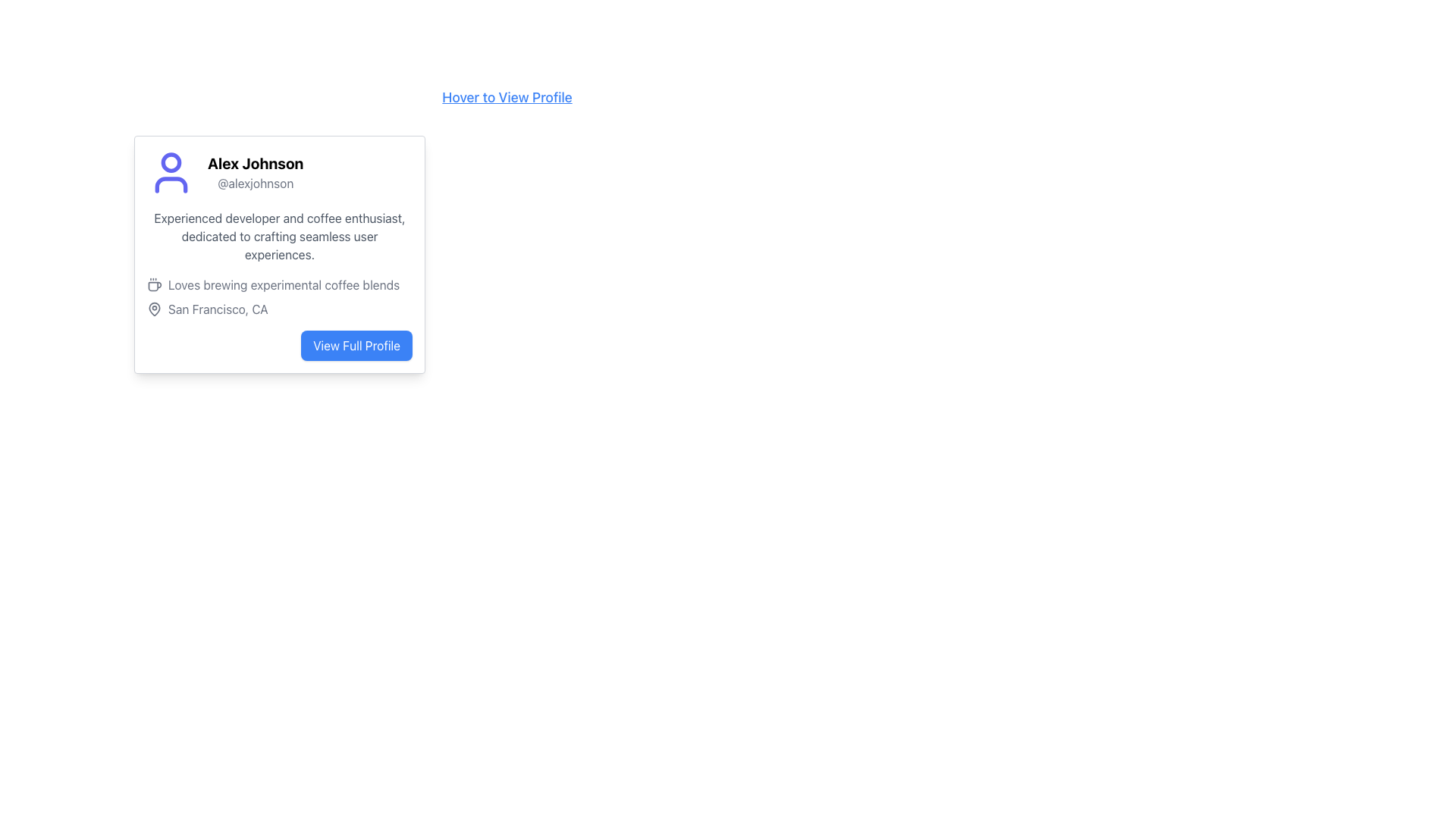  Describe the element at coordinates (217, 309) in the screenshot. I see `the Static Text Label displaying 'San Francisco, CA', which is styled in gray and located below the text 'Loves brewing experimental coffee blends.'` at that location.